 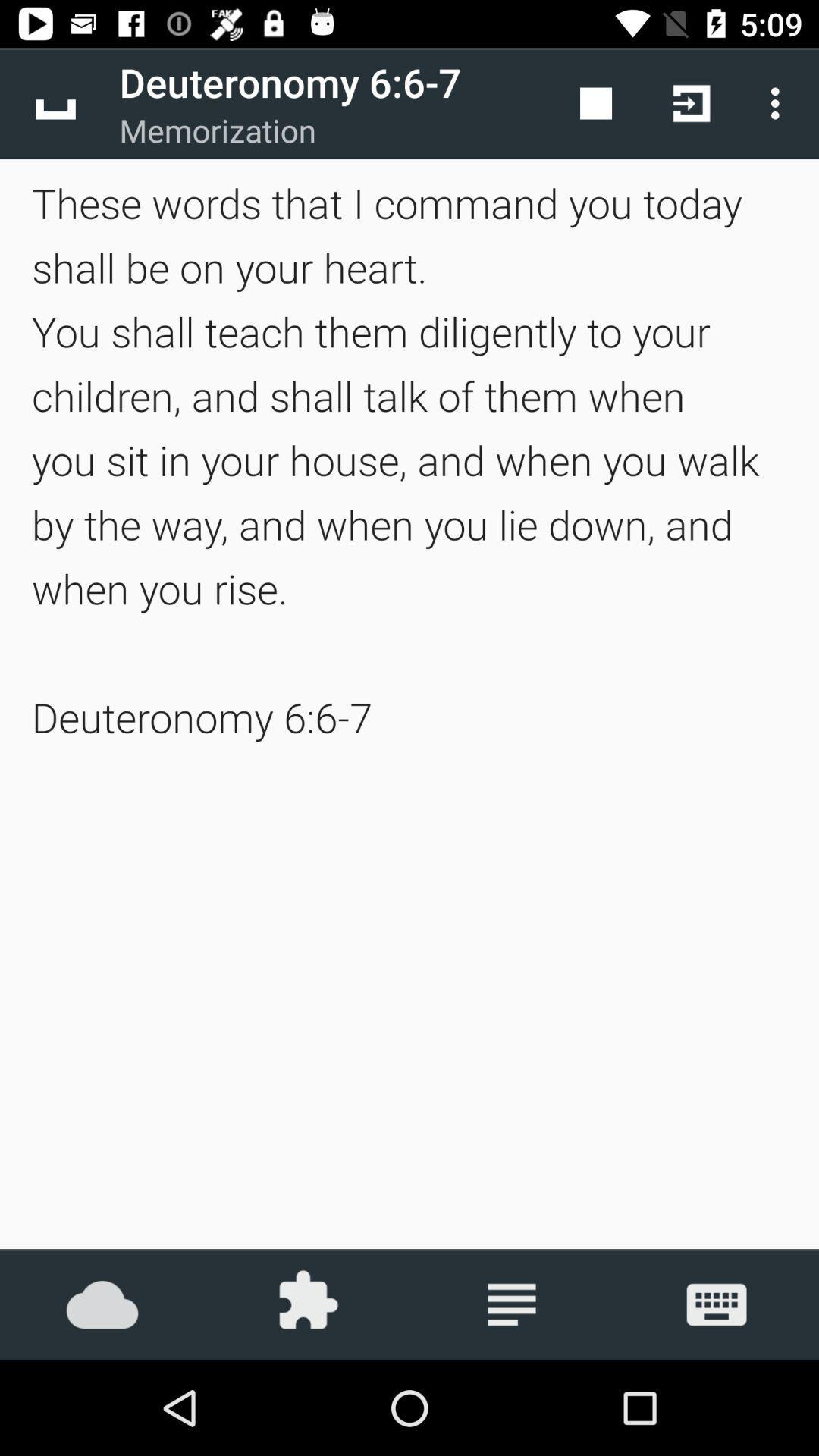 What do you see at coordinates (55, 102) in the screenshot?
I see `the icon to the left of deuteronomy 6 6 item` at bounding box center [55, 102].